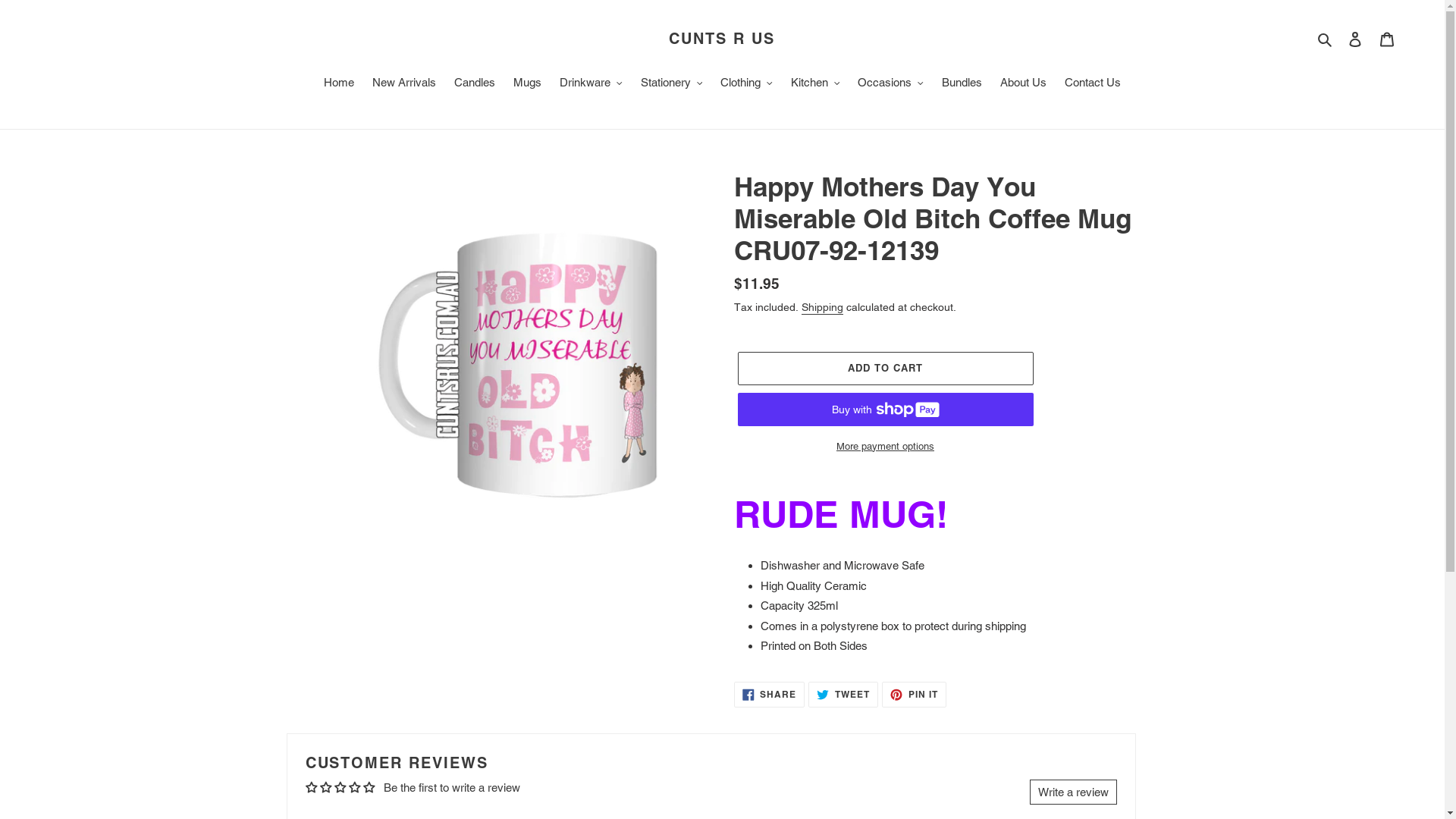 This screenshot has height=819, width=1456. Describe the element at coordinates (1023, 84) in the screenshot. I see `'About Us'` at that location.